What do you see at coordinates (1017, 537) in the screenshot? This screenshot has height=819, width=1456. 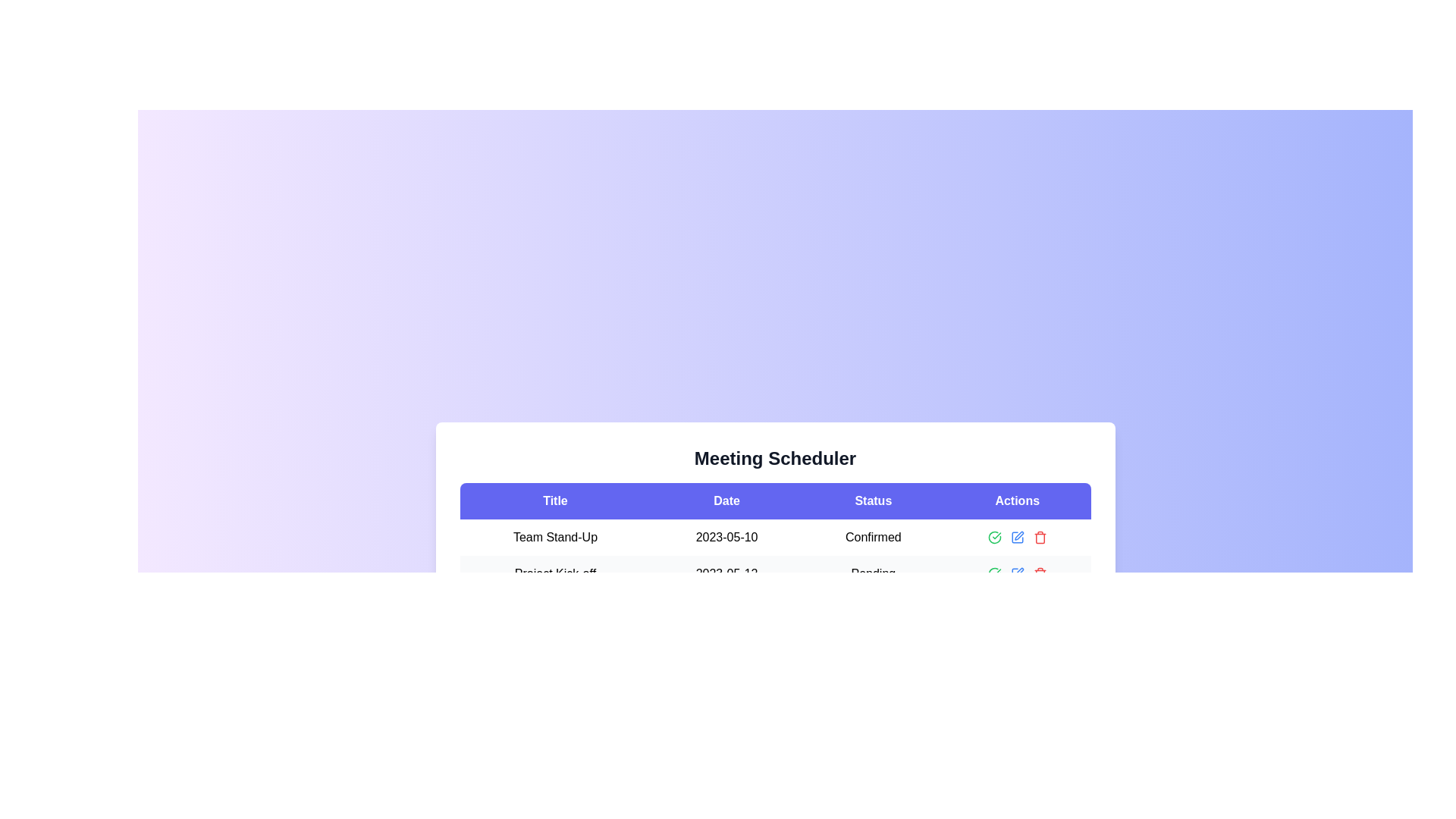 I see `the blue pencil icon in the group of interactive icons under the 'Actions' header for the 'Team Stand-Up' row` at bounding box center [1017, 537].